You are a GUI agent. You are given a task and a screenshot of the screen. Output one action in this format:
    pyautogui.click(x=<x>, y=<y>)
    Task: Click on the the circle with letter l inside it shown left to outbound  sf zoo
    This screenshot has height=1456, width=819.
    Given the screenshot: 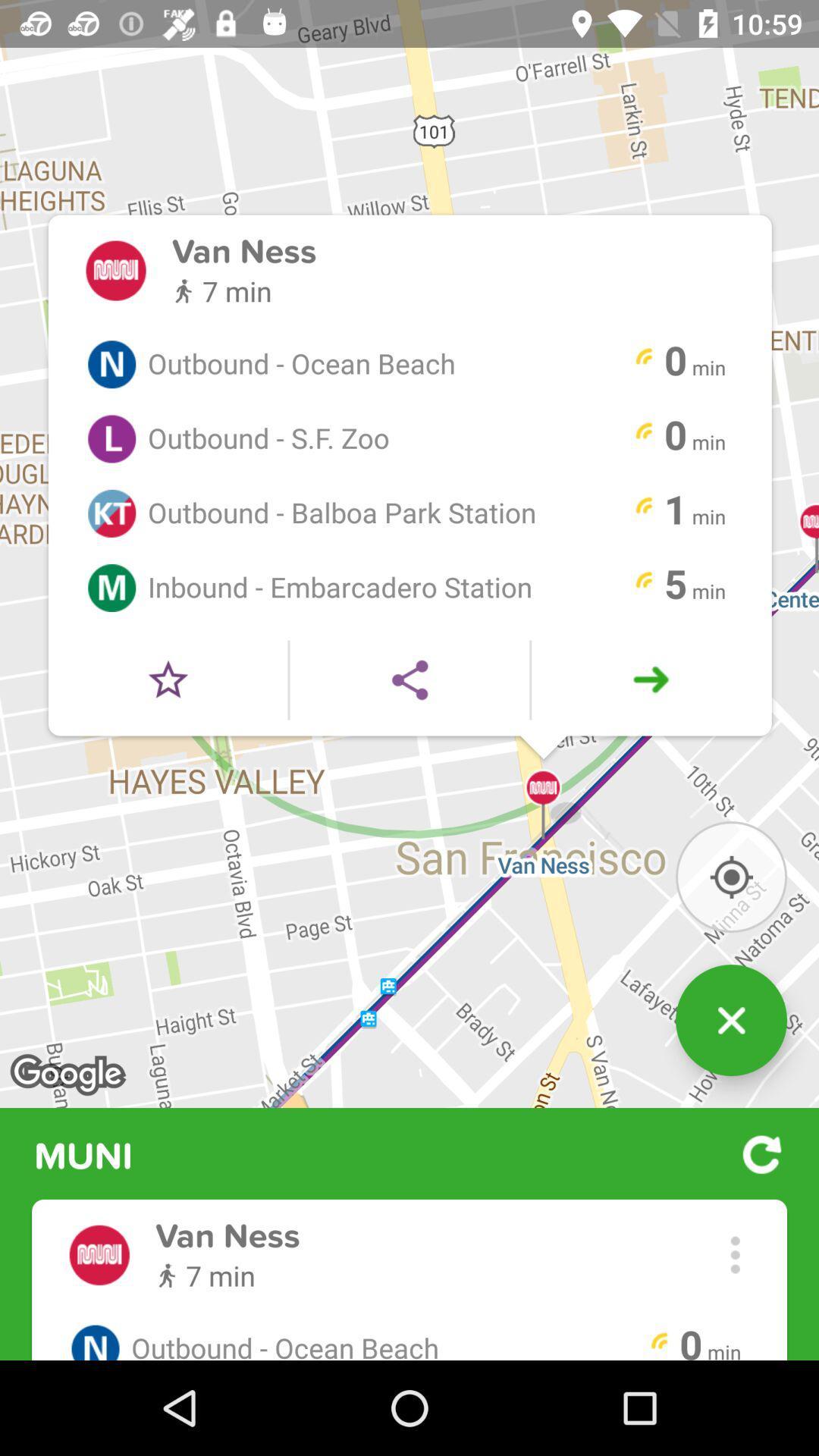 What is the action you would take?
    pyautogui.click(x=111, y=438)
    